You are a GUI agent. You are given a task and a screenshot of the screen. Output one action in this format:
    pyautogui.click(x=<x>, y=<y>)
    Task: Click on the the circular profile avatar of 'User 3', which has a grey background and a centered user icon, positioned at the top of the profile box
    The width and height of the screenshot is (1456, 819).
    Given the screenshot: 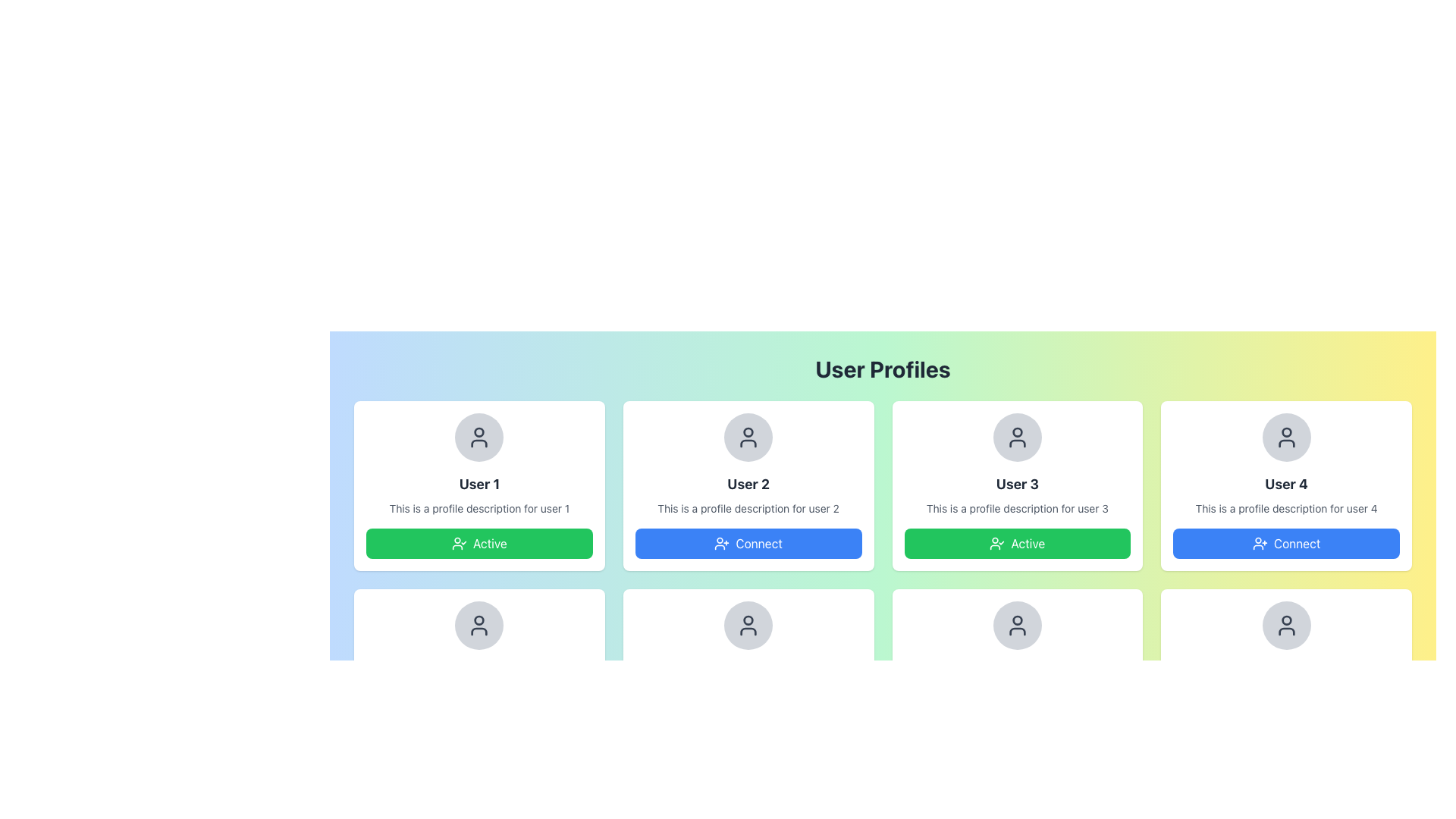 What is the action you would take?
    pyautogui.click(x=1017, y=438)
    